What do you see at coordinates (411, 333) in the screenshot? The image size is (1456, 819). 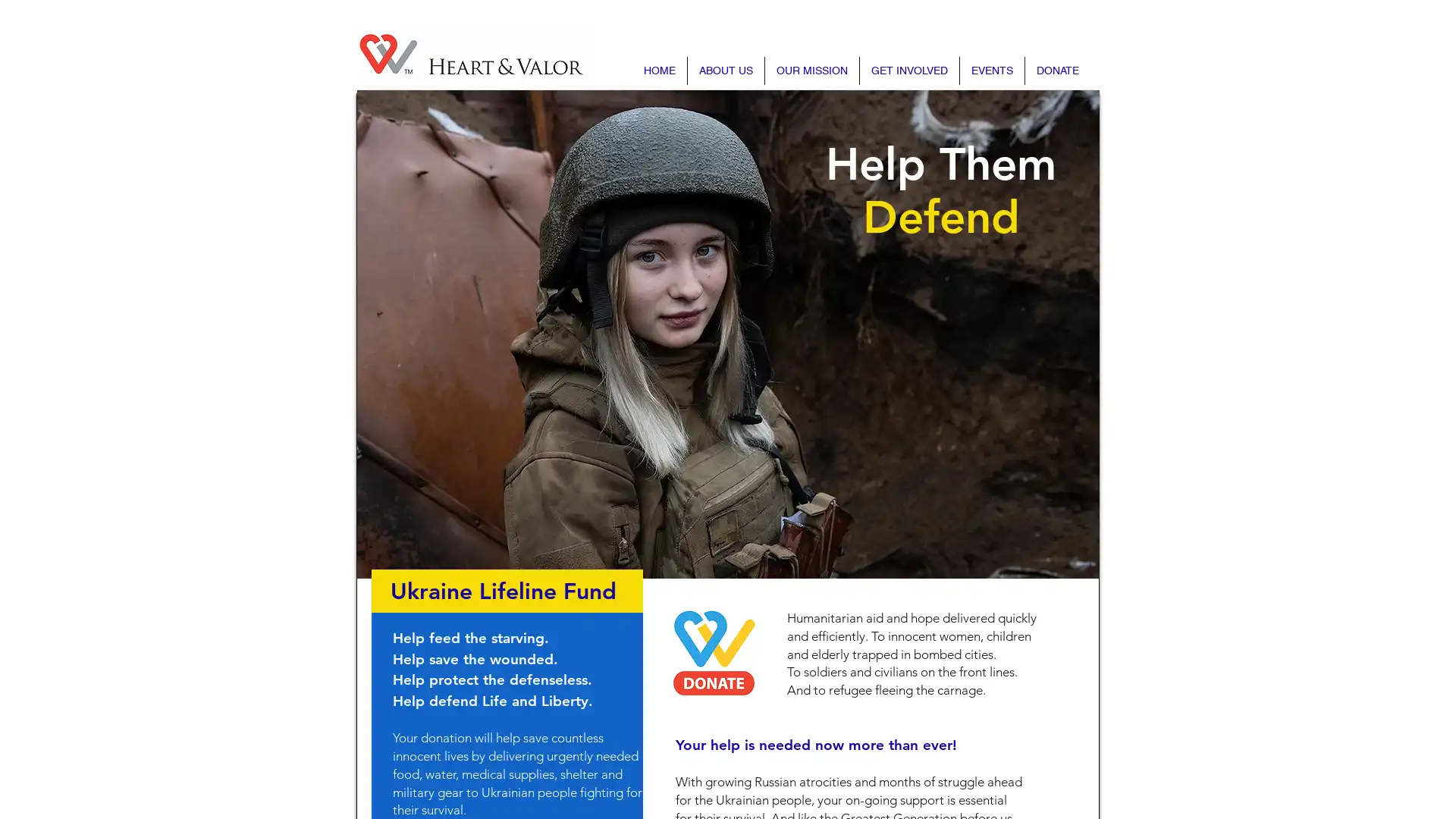 I see `Previous` at bounding box center [411, 333].